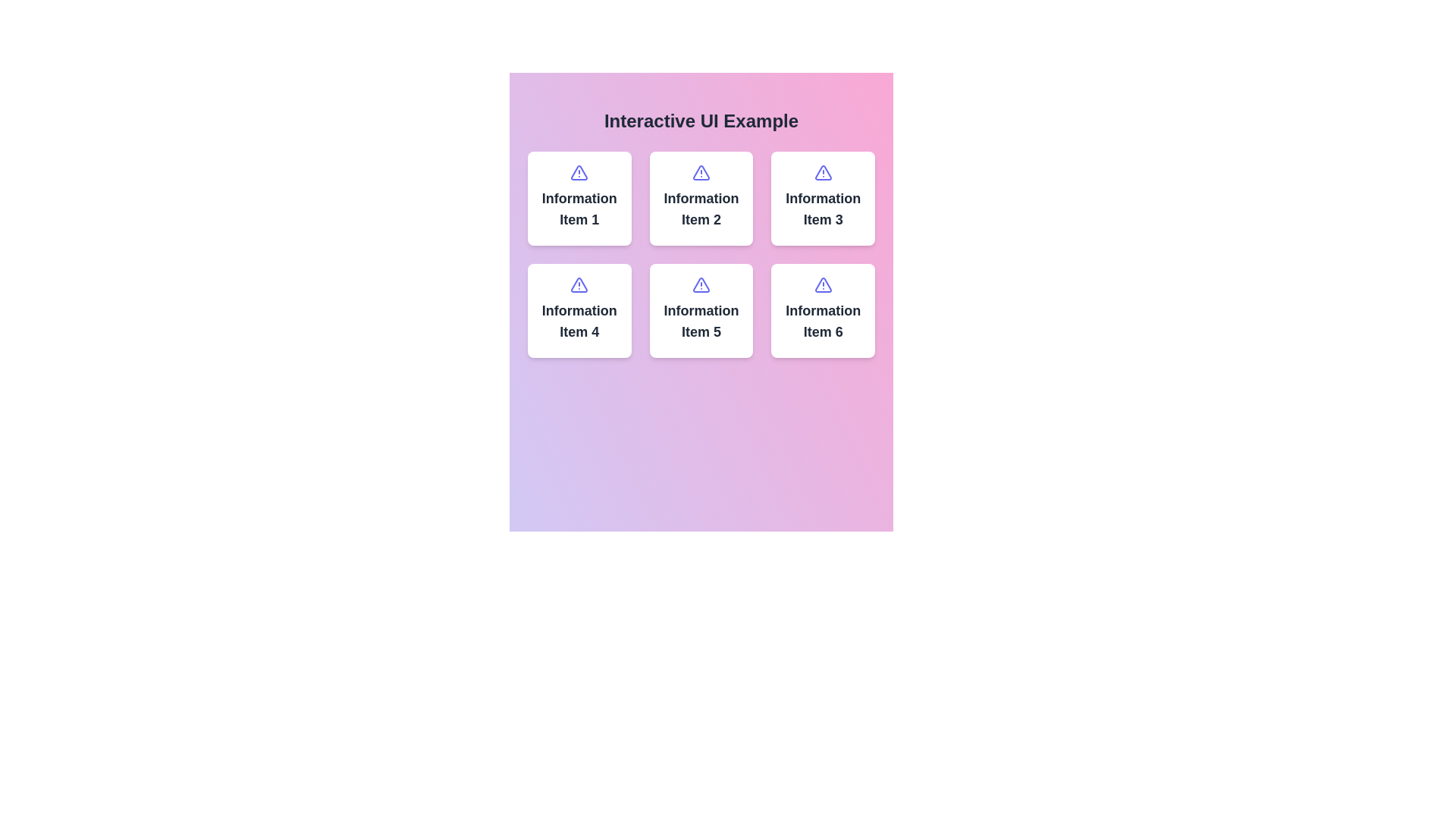 The image size is (1456, 819). What do you see at coordinates (822, 171) in the screenshot?
I see `the alert icon located in the top-right corner of the card labeled 'Information Item 3'` at bounding box center [822, 171].